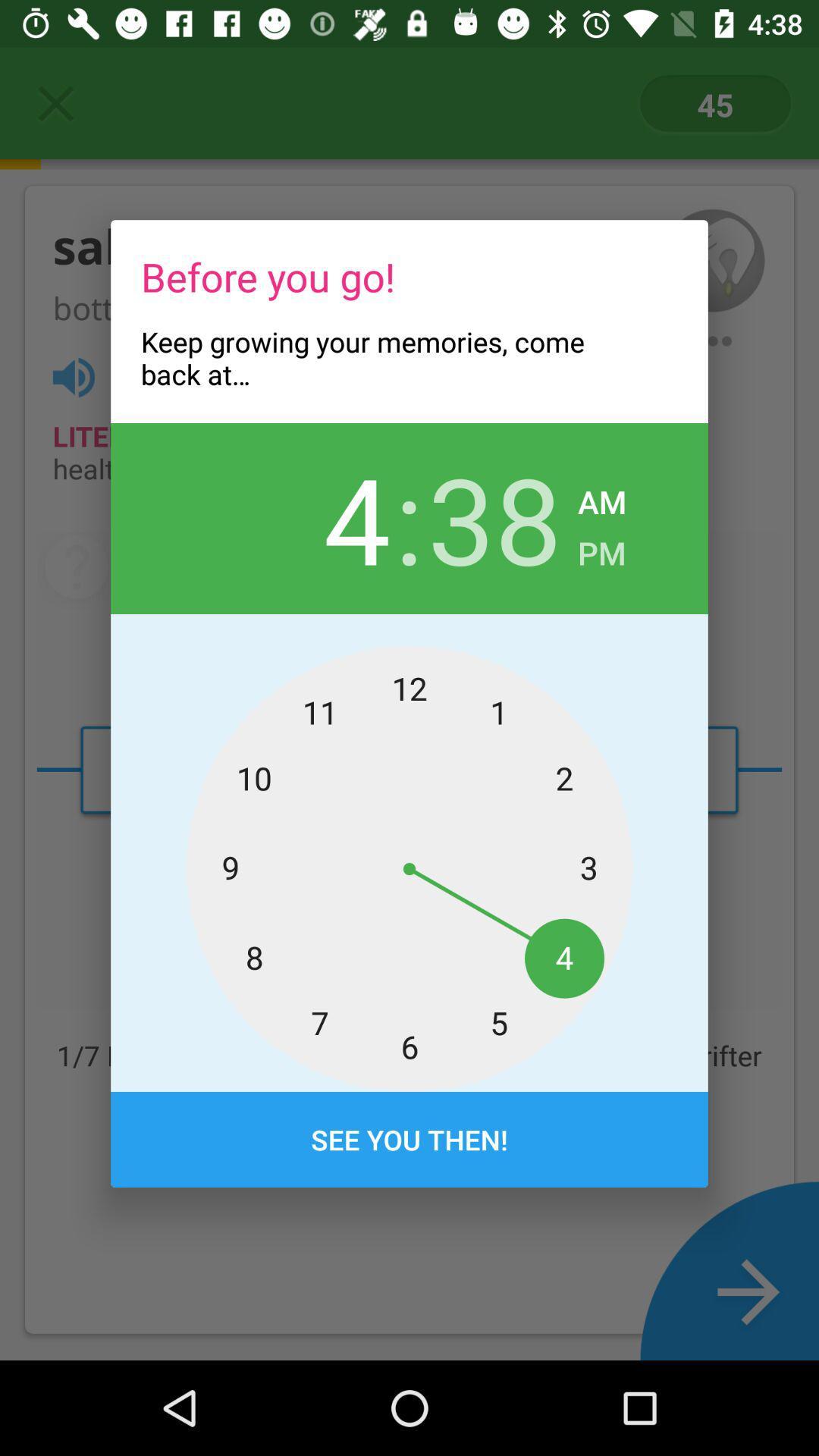  What do you see at coordinates (322, 518) in the screenshot?
I see `icon next to : icon` at bounding box center [322, 518].